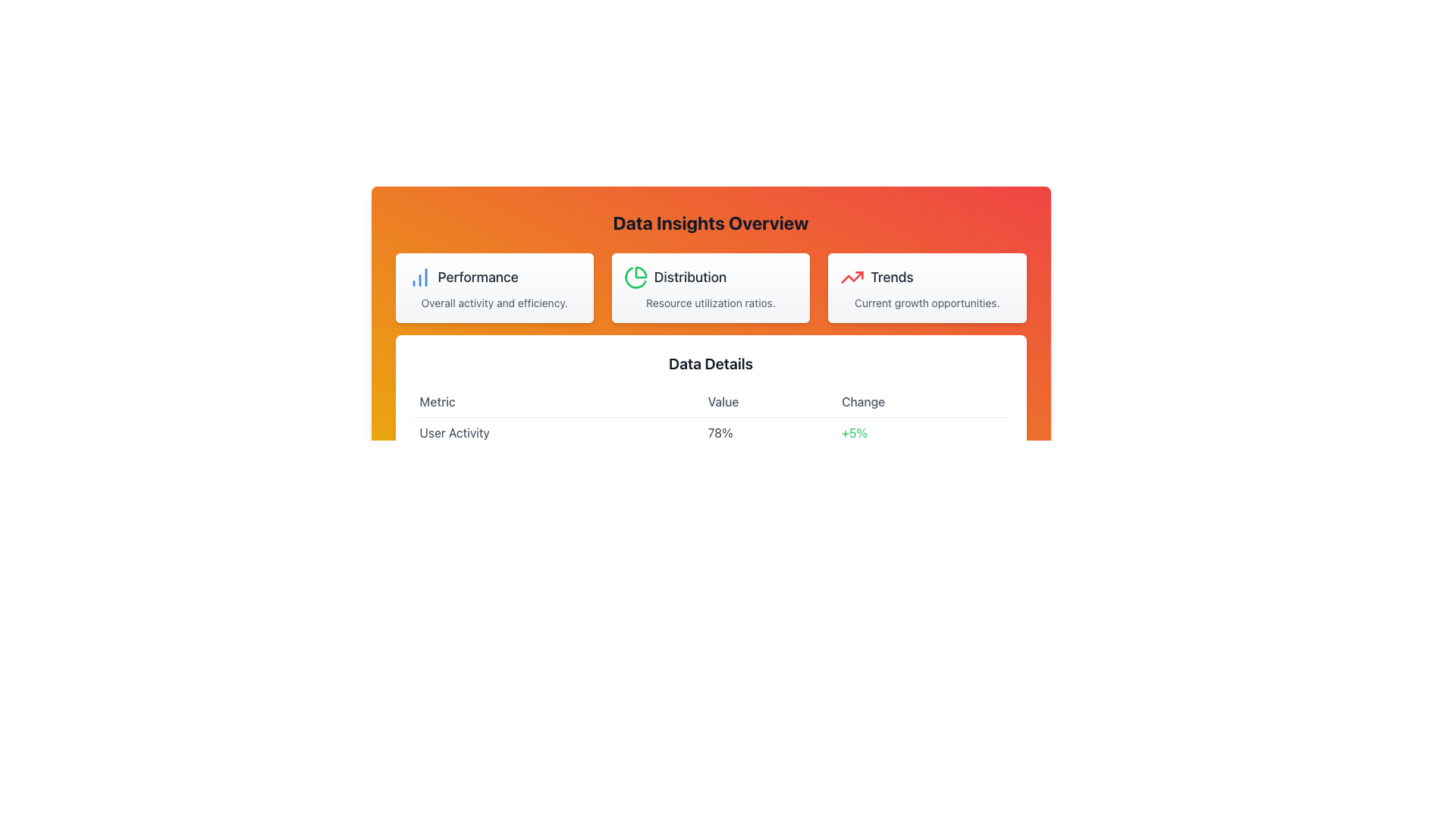 This screenshot has height=819, width=1456. Describe the element at coordinates (710, 303) in the screenshot. I see `descriptive text label indicating the card's focus on resource utilization ratios, located within the 'Distribution' card` at that location.